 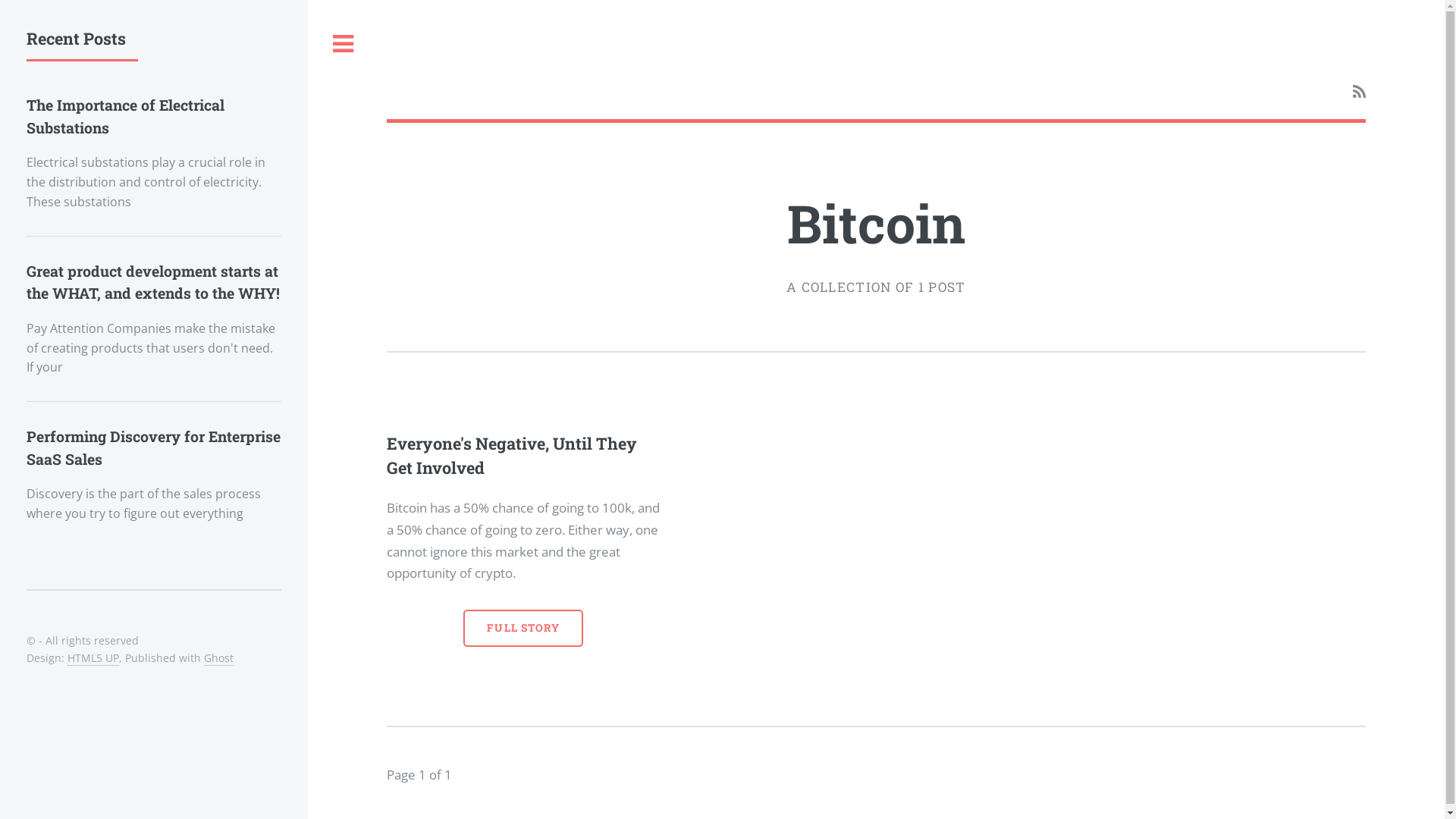 What do you see at coordinates (153, 447) in the screenshot?
I see `'Performing Discovery for Enterprise SaaS Sales'` at bounding box center [153, 447].